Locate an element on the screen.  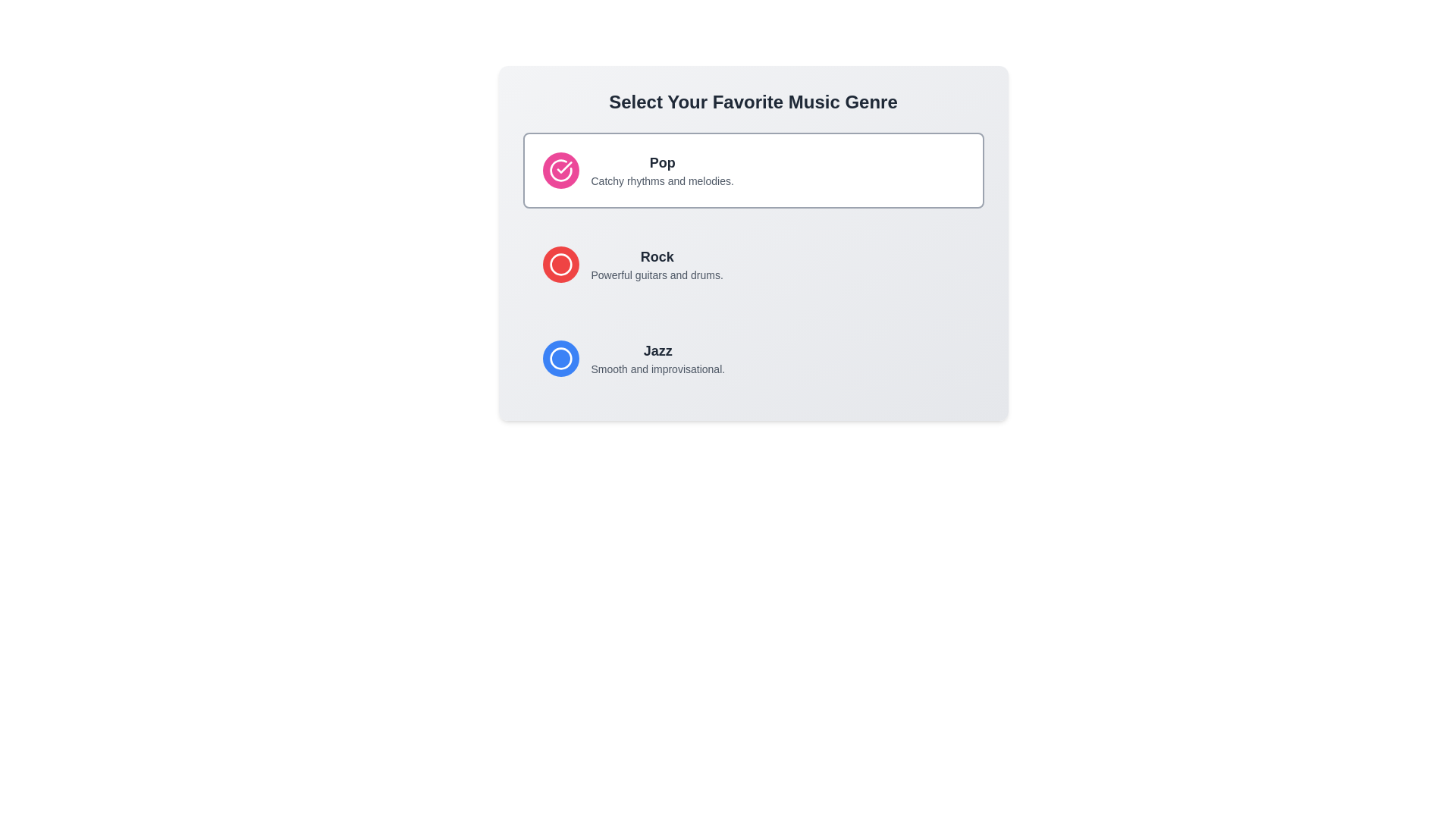
the circular selection icon with a checkmark inside, which has a pink background and white border, positioned to the left of the text label 'Pop' is located at coordinates (560, 170).